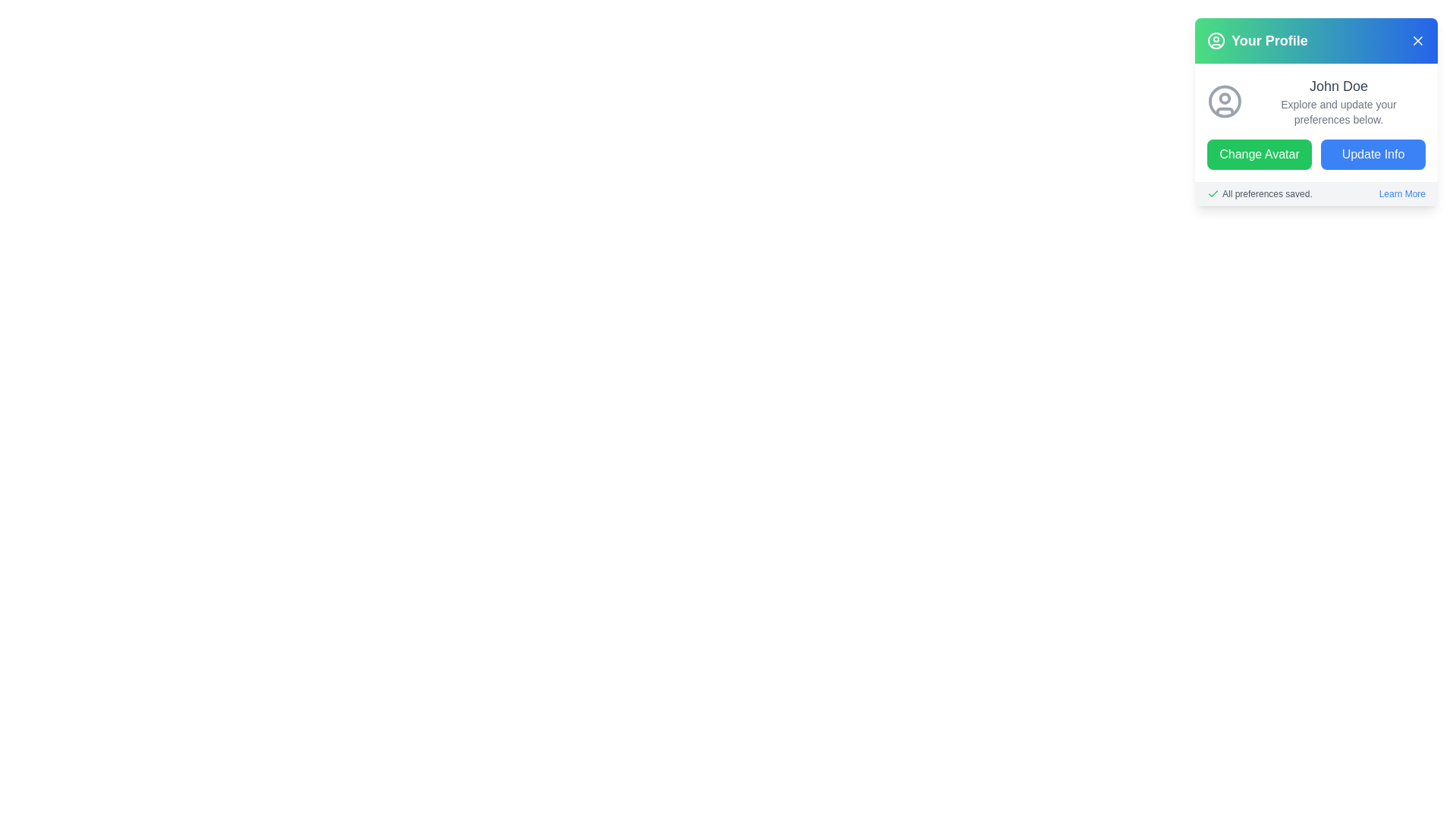 This screenshot has height=819, width=1456. What do you see at coordinates (1338, 102) in the screenshot?
I see `the text display block that shows the user's name and encourages exploring preferences, located centrally in the user profile panel` at bounding box center [1338, 102].